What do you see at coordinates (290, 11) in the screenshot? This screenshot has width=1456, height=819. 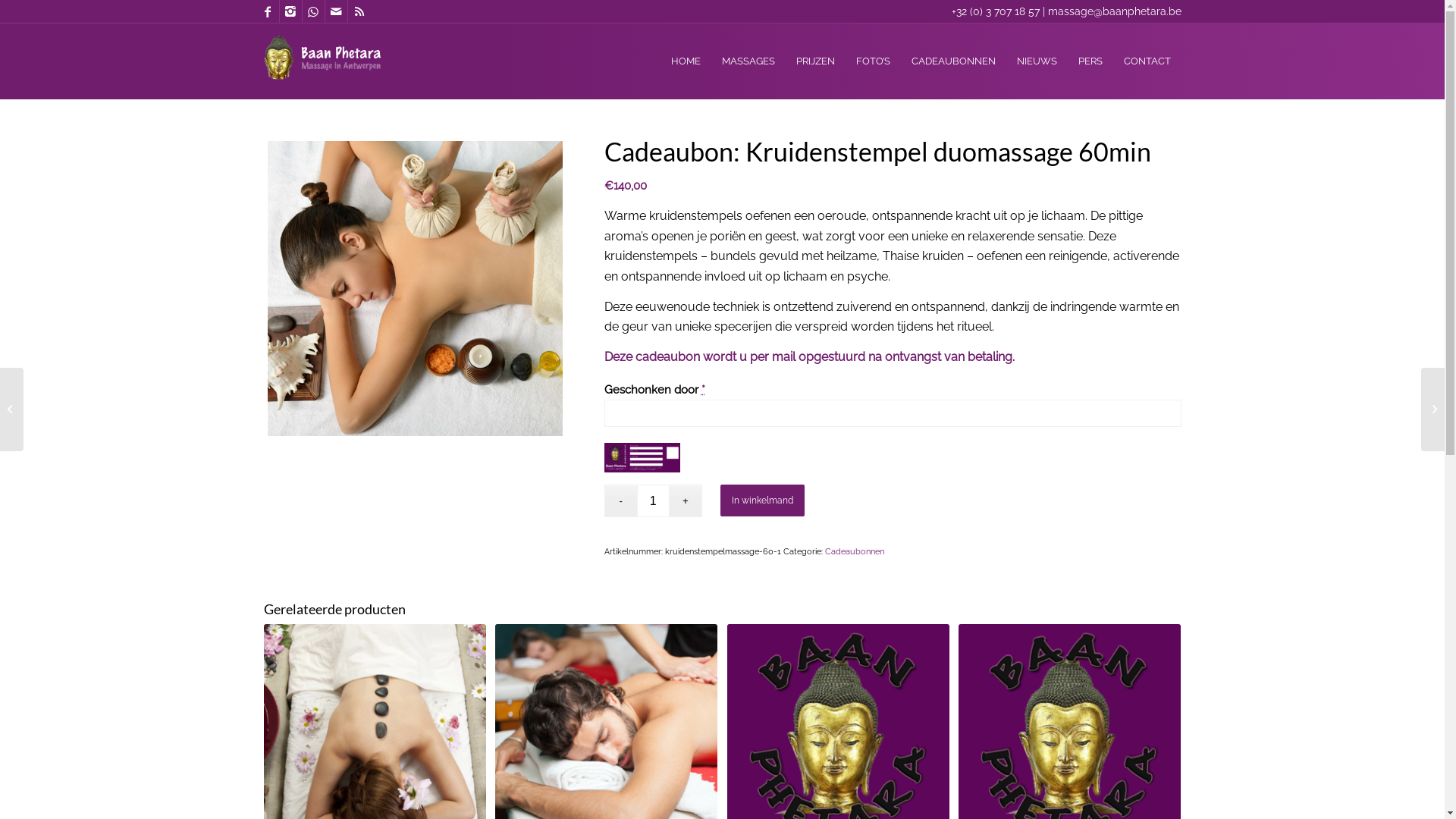 I see `'Instagram'` at bounding box center [290, 11].